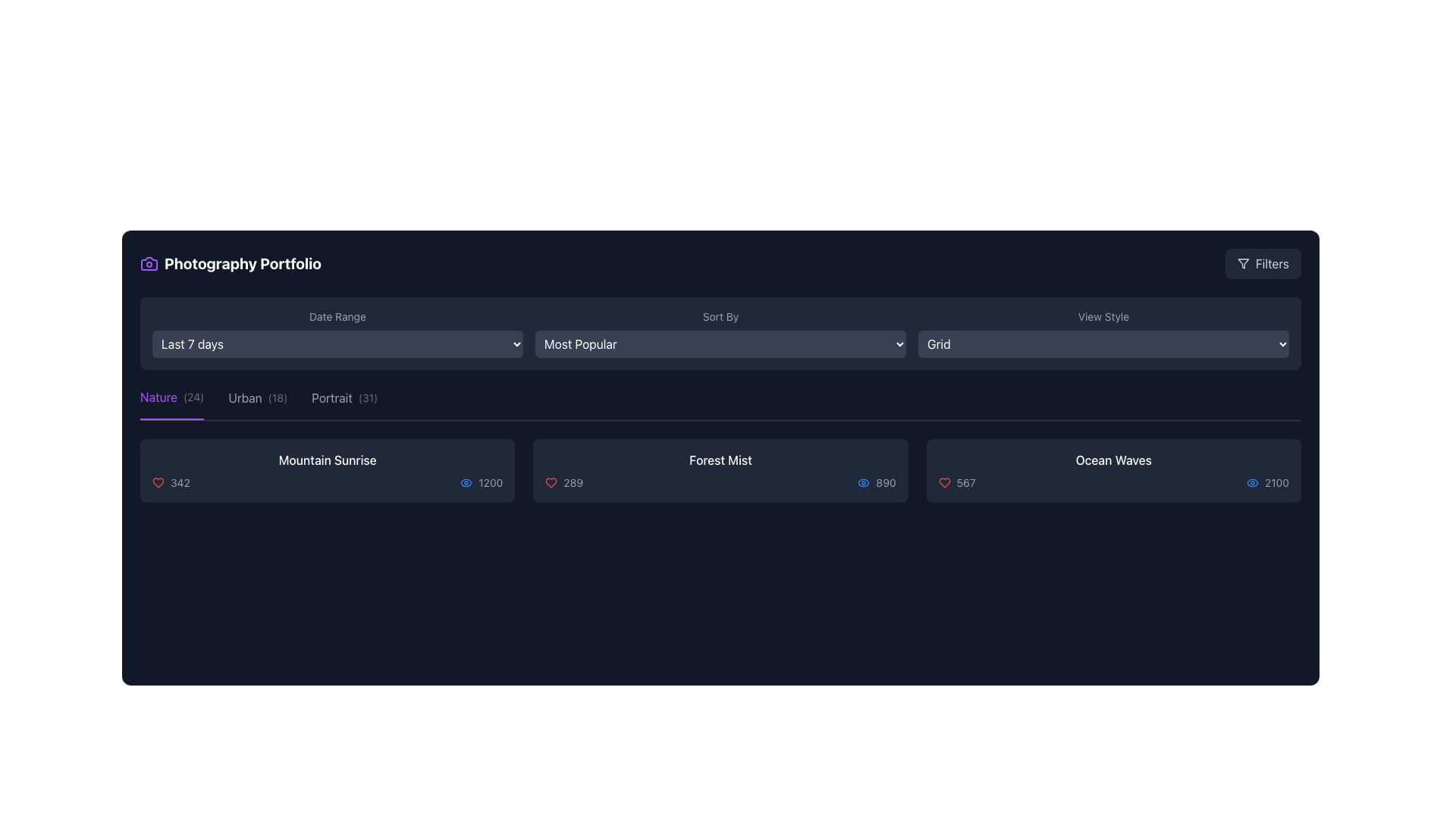 The width and height of the screenshot is (1456, 819). Describe the element at coordinates (1243, 262) in the screenshot. I see `the filtering icon located at the top-right corner of the interface, adjacent to the 'Filters' label` at that location.